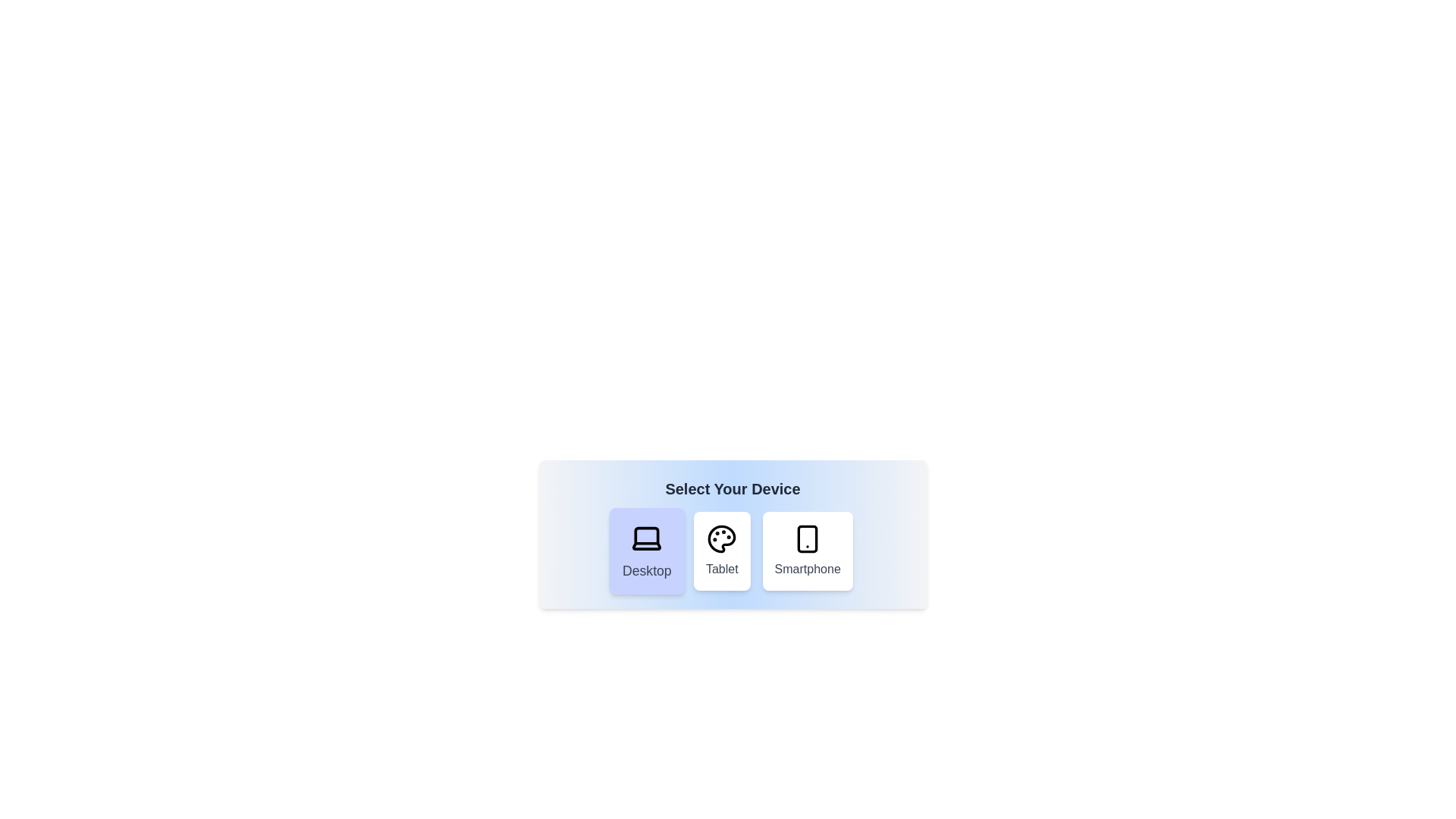 The image size is (1456, 819). What do you see at coordinates (721, 538) in the screenshot?
I see `the 'Tablet' icon which is centrally positioned within the button labeled 'Tablet' in a horizontal row of buttons for device options` at bounding box center [721, 538].